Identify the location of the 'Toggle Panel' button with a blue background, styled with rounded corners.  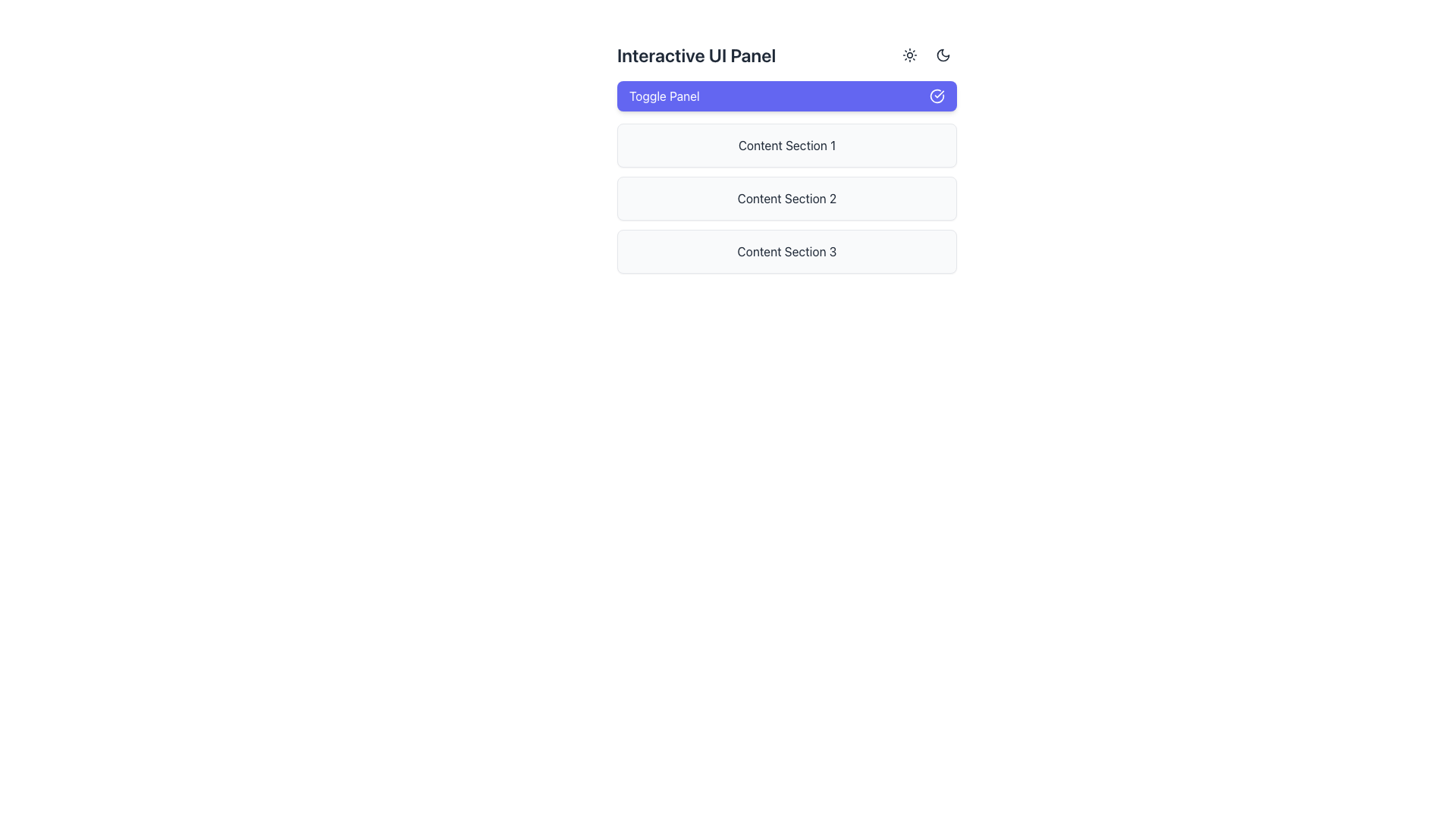
(786, 96).